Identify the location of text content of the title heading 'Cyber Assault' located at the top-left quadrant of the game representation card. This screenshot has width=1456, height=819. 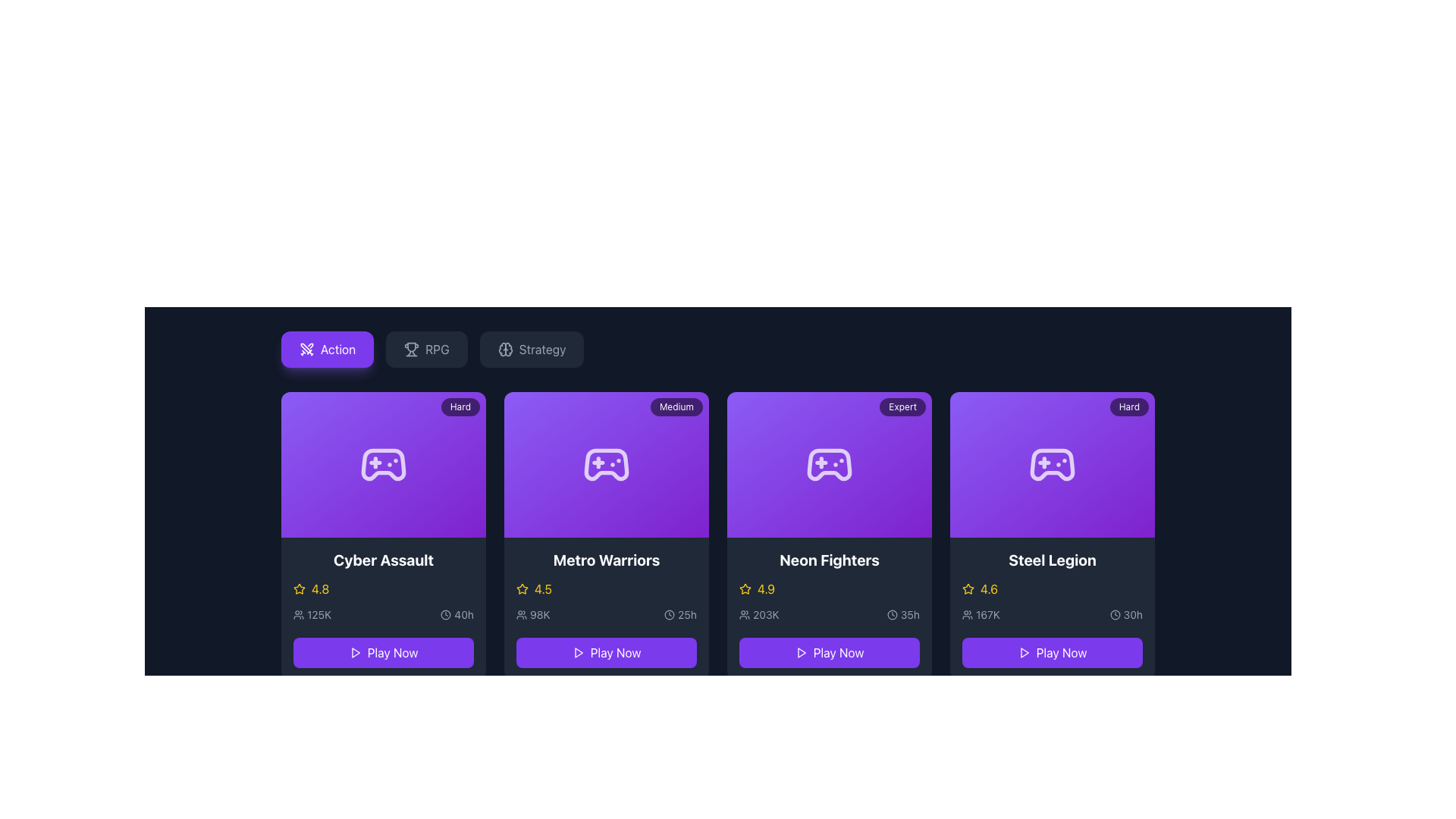
(383, 560).